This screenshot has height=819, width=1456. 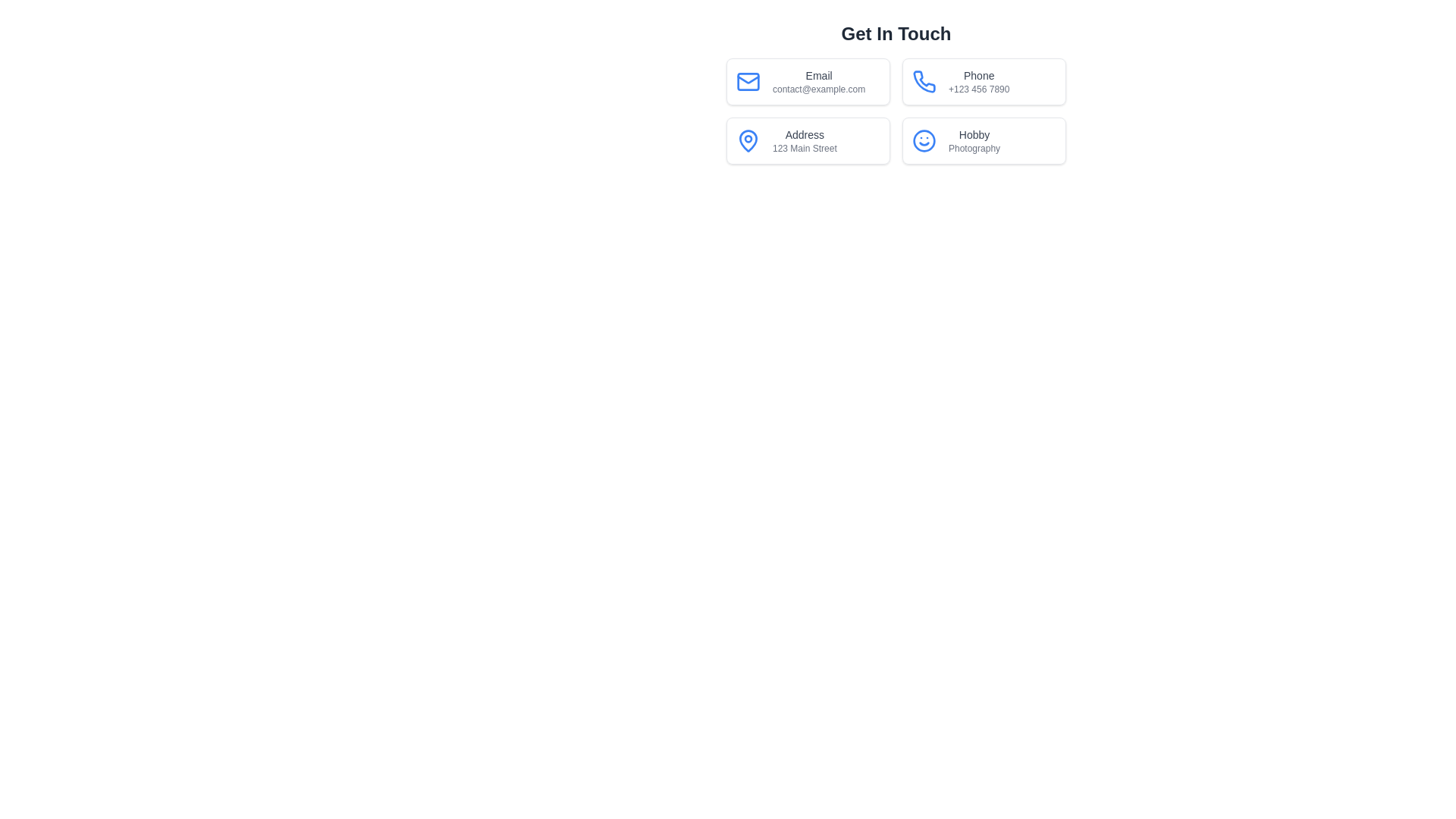 What do you see at coordinates (818, 89) in the screenshot?
I see `the text label displaying the email address, located in the top-left corner of the grid layout, directly below the 'Email' label` at bounding box center [818, 89].